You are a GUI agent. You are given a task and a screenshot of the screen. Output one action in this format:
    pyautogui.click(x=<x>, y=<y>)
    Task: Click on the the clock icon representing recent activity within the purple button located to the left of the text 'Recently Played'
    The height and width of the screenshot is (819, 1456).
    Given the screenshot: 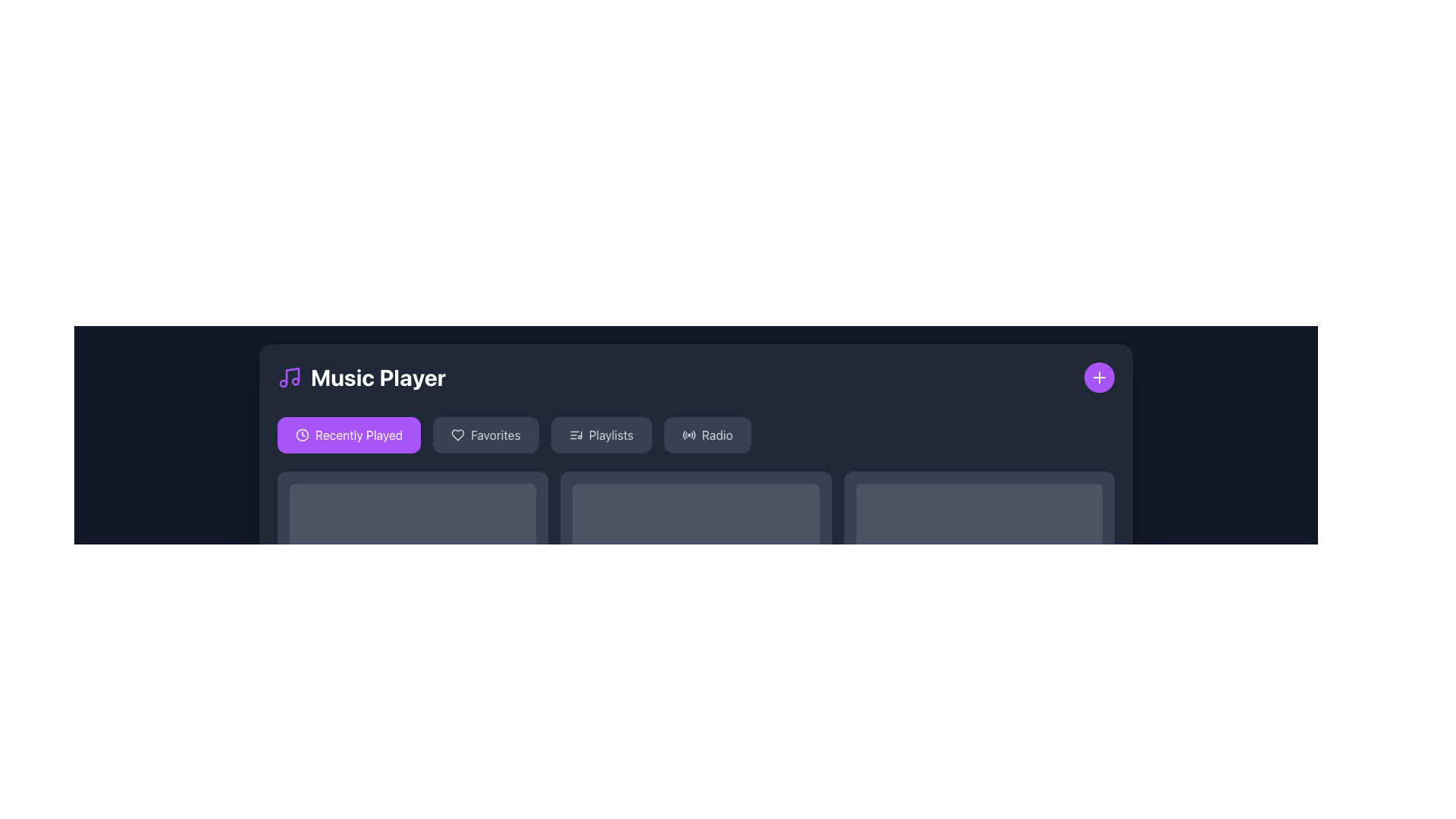 What is the action you would take?
    pyautogui.click(x=302, y=435)
    